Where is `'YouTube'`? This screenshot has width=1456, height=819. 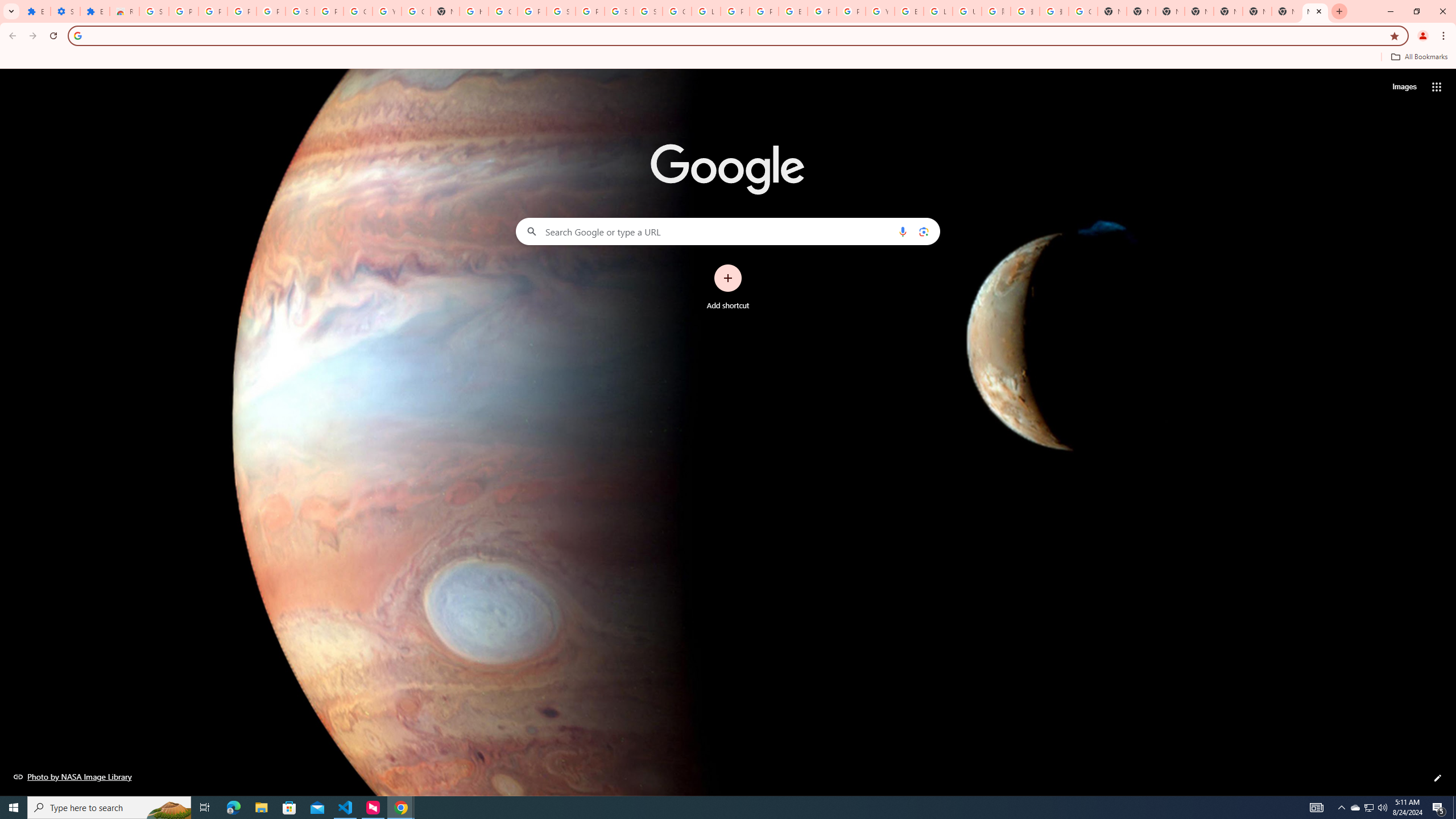 'YouTube' is located at coordinates (386, 11).